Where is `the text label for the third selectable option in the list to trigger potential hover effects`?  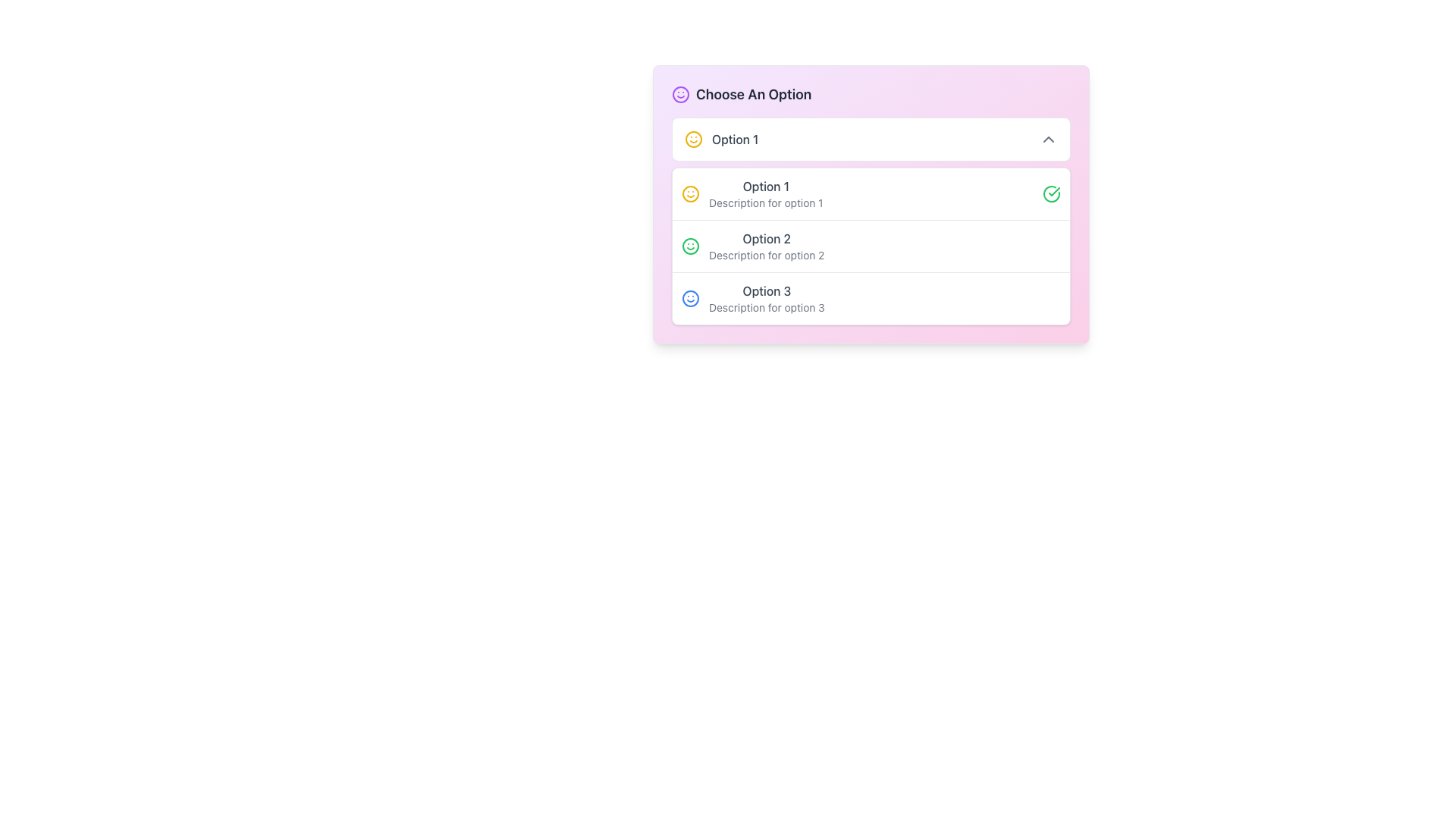 the text label for the third selectable option in the list to trigger potential hover effects is located at coordinates (767, 291).